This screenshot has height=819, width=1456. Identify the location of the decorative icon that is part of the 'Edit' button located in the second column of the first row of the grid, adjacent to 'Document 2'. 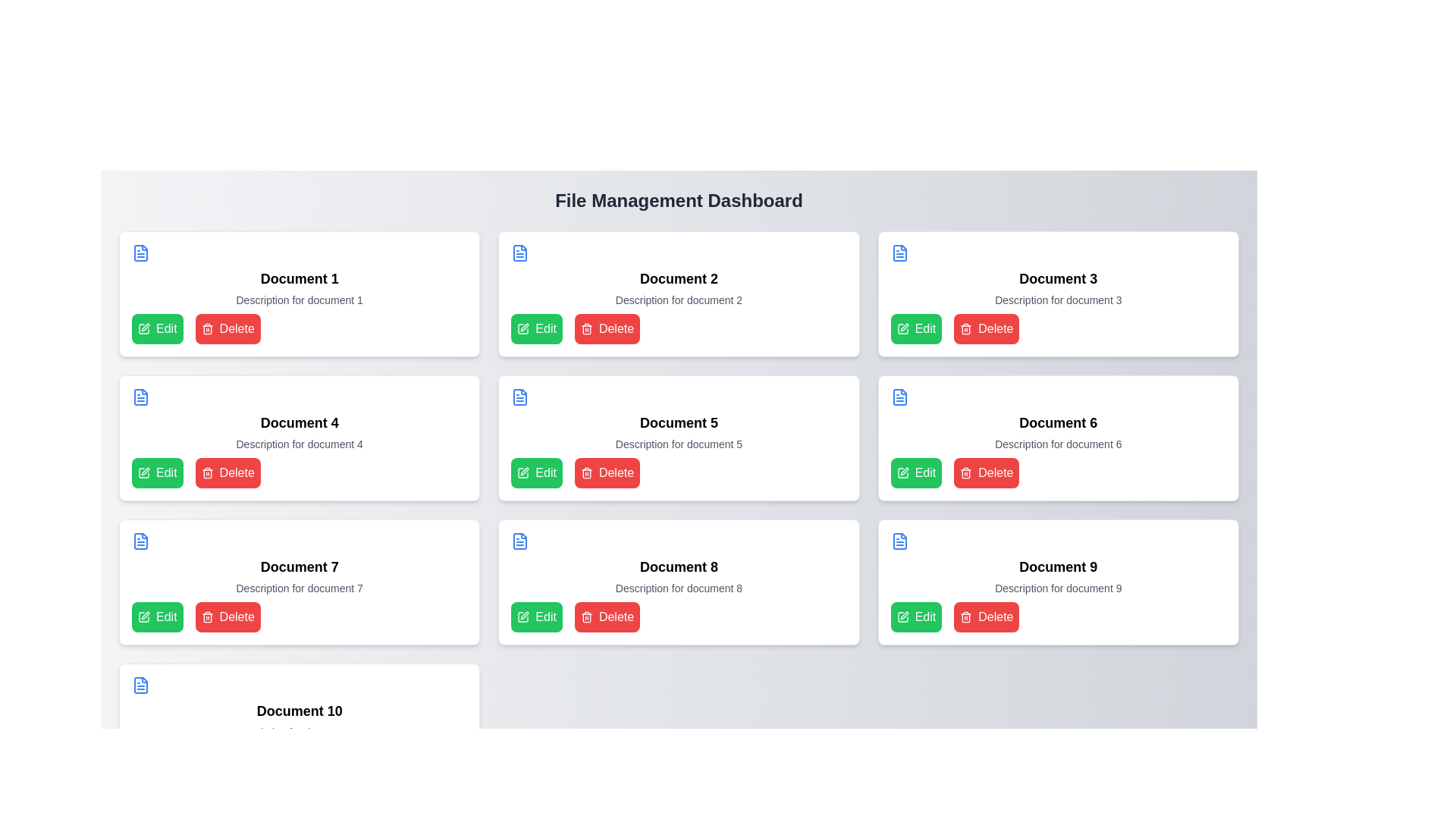
(523, 328).